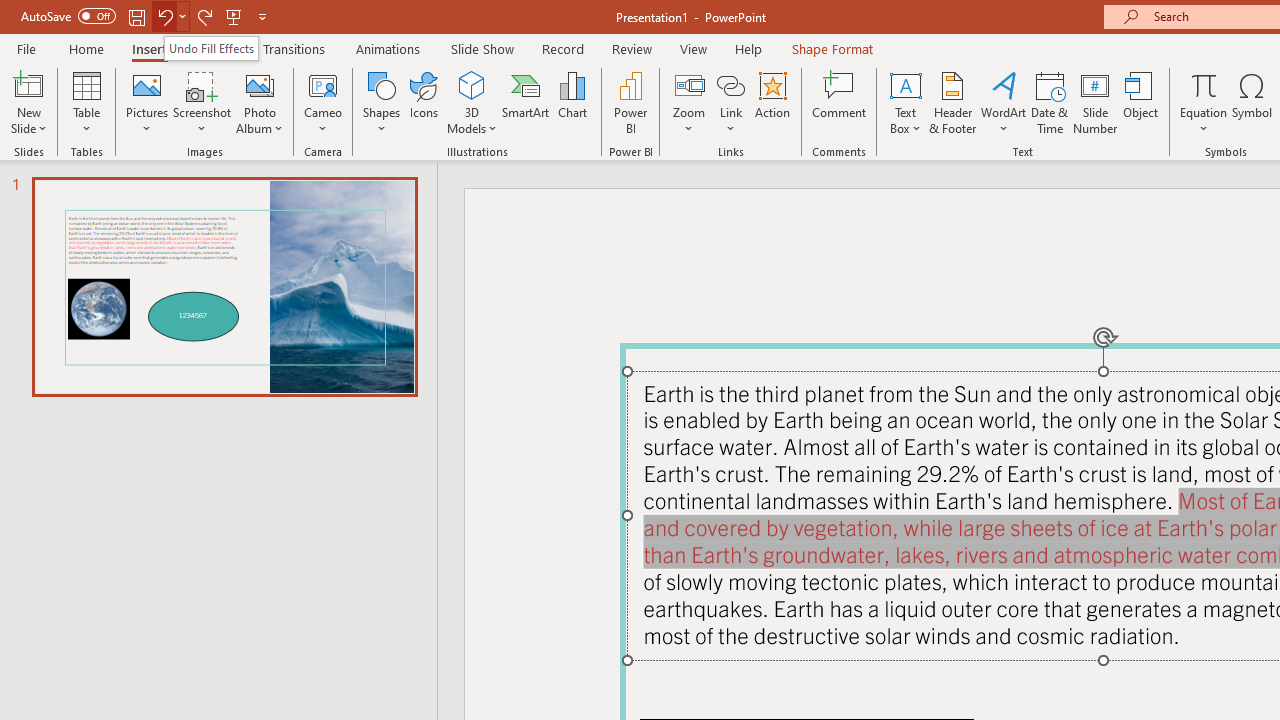 The width and height of the screenshot is (1280, 720). I want to click on 'Slide Number', so click(1094, 103).